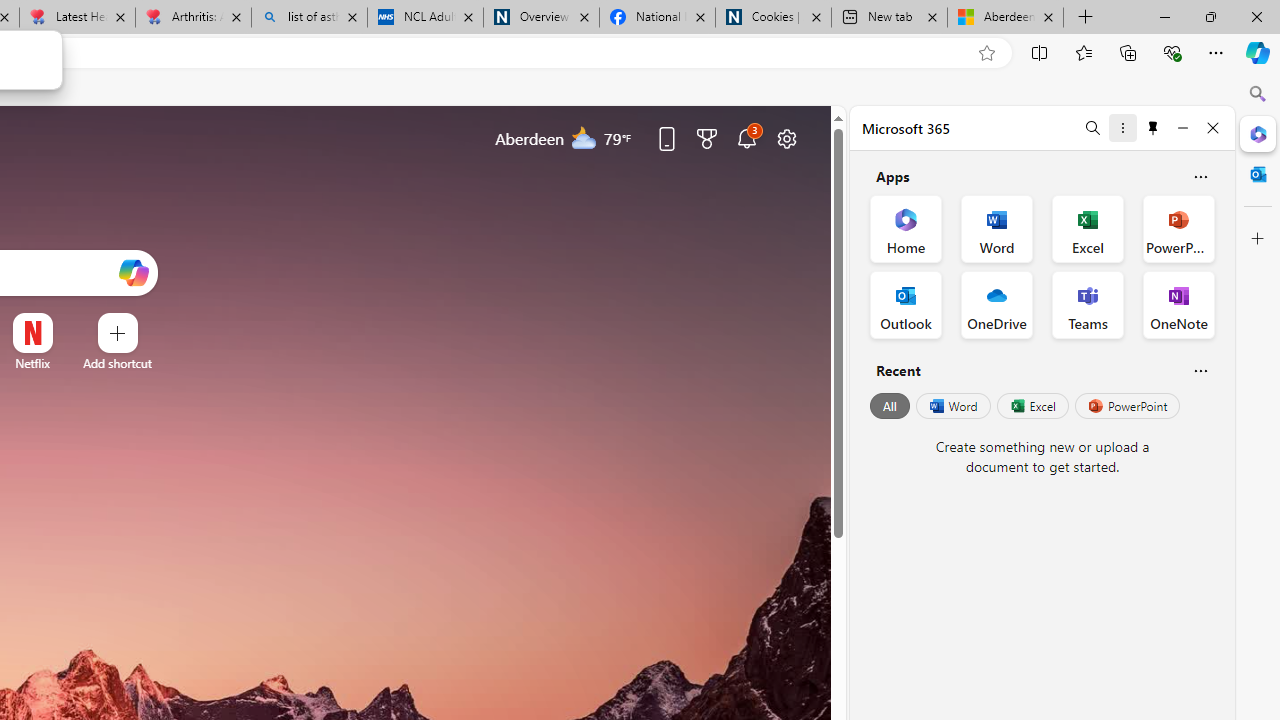 This screenshot has height=720, width=1280. Describe the element at coordinates (32, 363) in the screenshot. I see `'Netflix'` at that location.